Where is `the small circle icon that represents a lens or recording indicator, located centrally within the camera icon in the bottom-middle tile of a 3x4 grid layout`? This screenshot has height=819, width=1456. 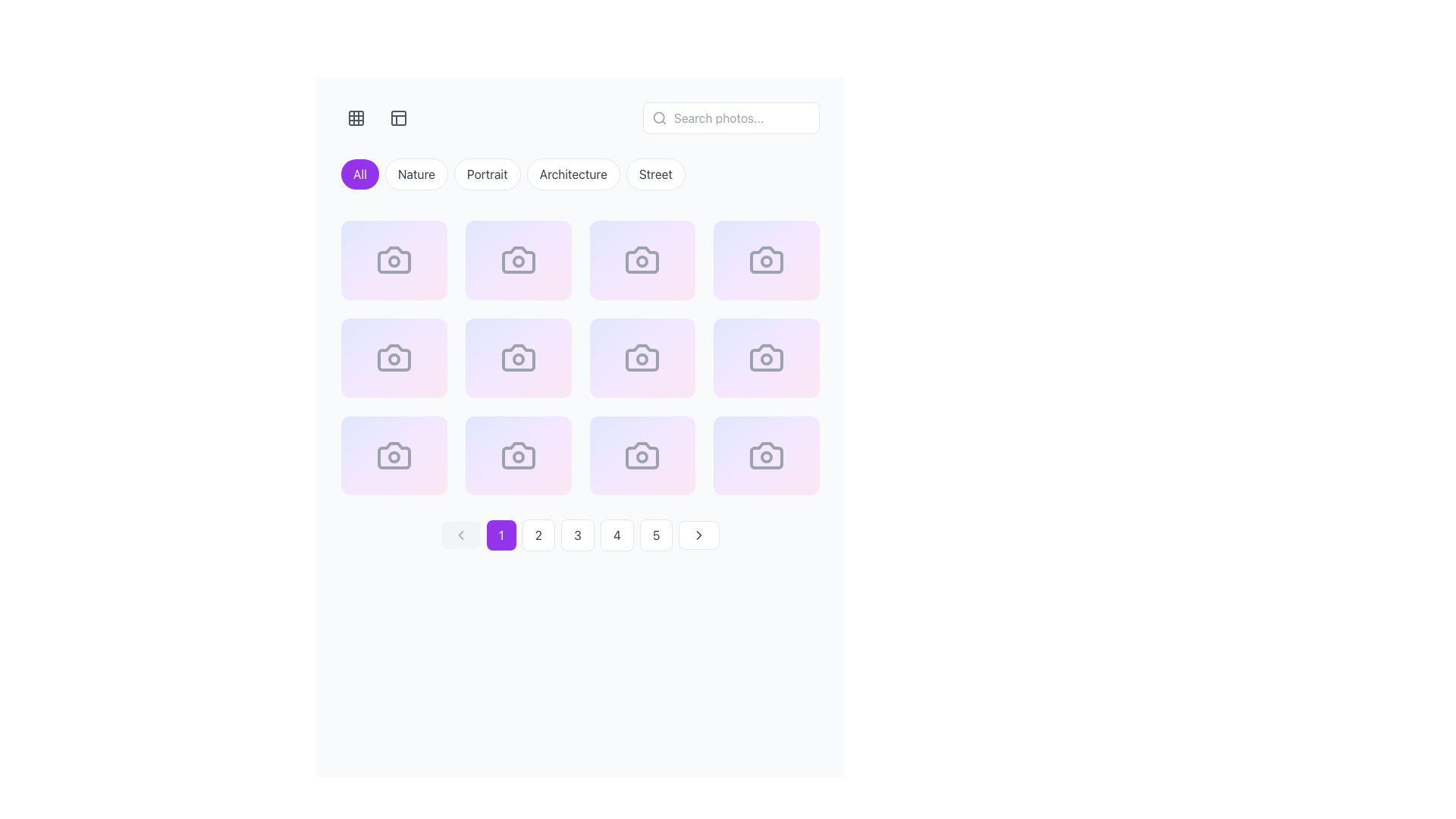 the small circle icon that represents a lens or recording indicator, located centrally within the camera icon in the bottom-middle tile of a 3x4 grid layout is located at coordinates (642, 457).